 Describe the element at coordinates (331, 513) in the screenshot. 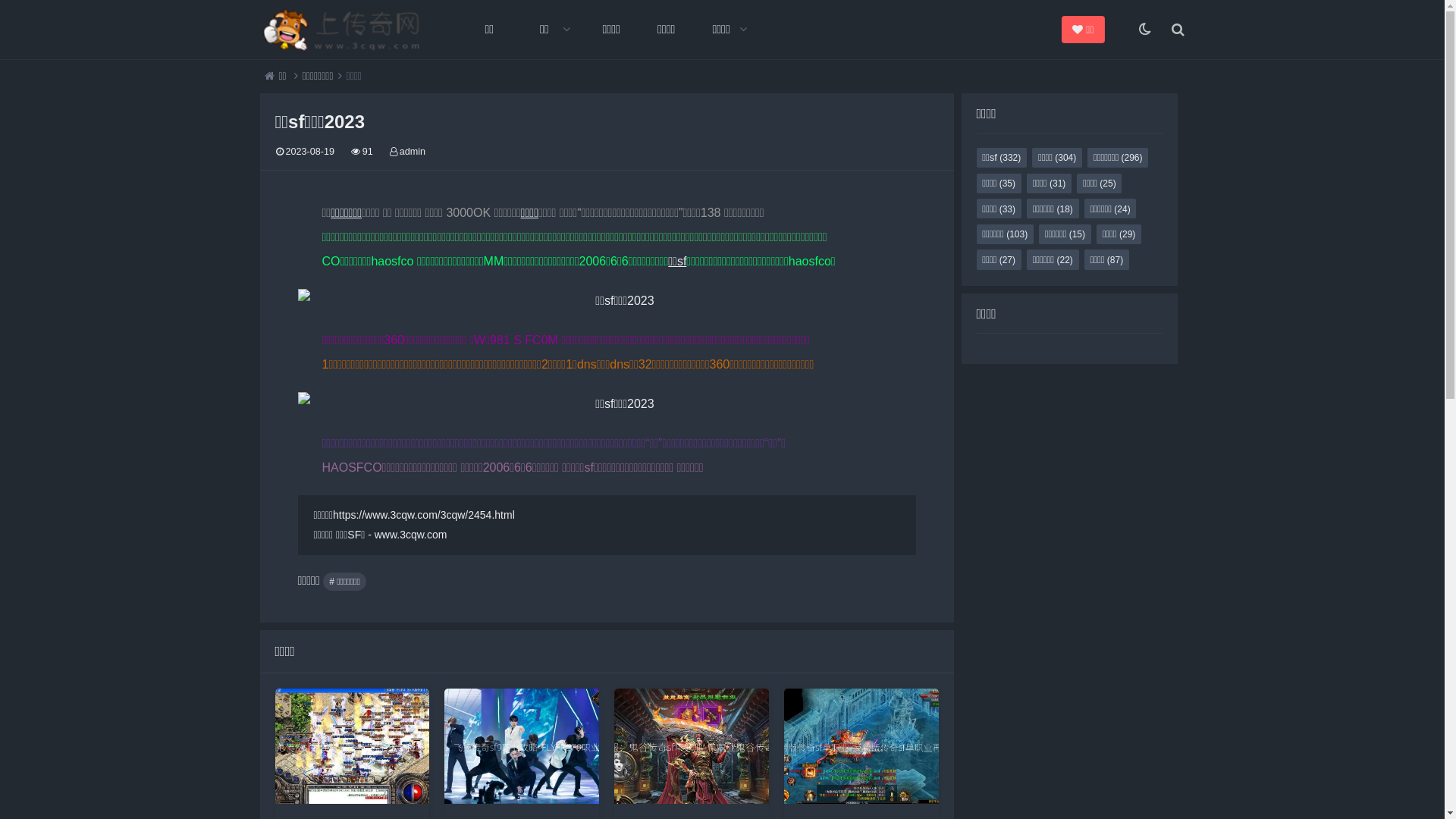

I see `'https://www.3cqw.com/3cqw/2454.html'` at that location.